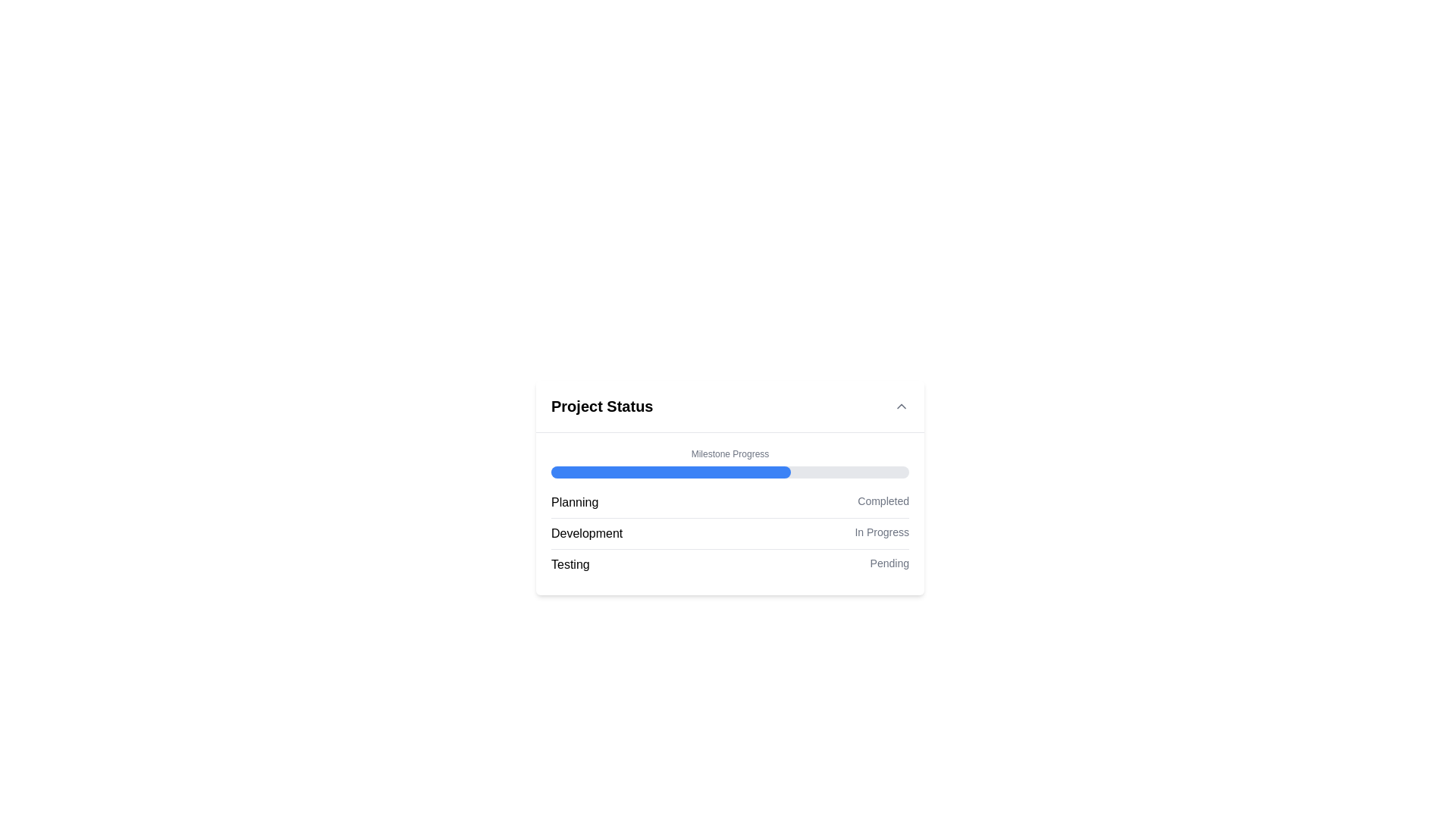 The width and height of the screenshot is (1456, 819). What do you see at coordinates (586, 533) in the screenshot?
I see `the 'Development' text label, which is the leftmost text in the second row of the project status list` at bounding box center [586, 533].